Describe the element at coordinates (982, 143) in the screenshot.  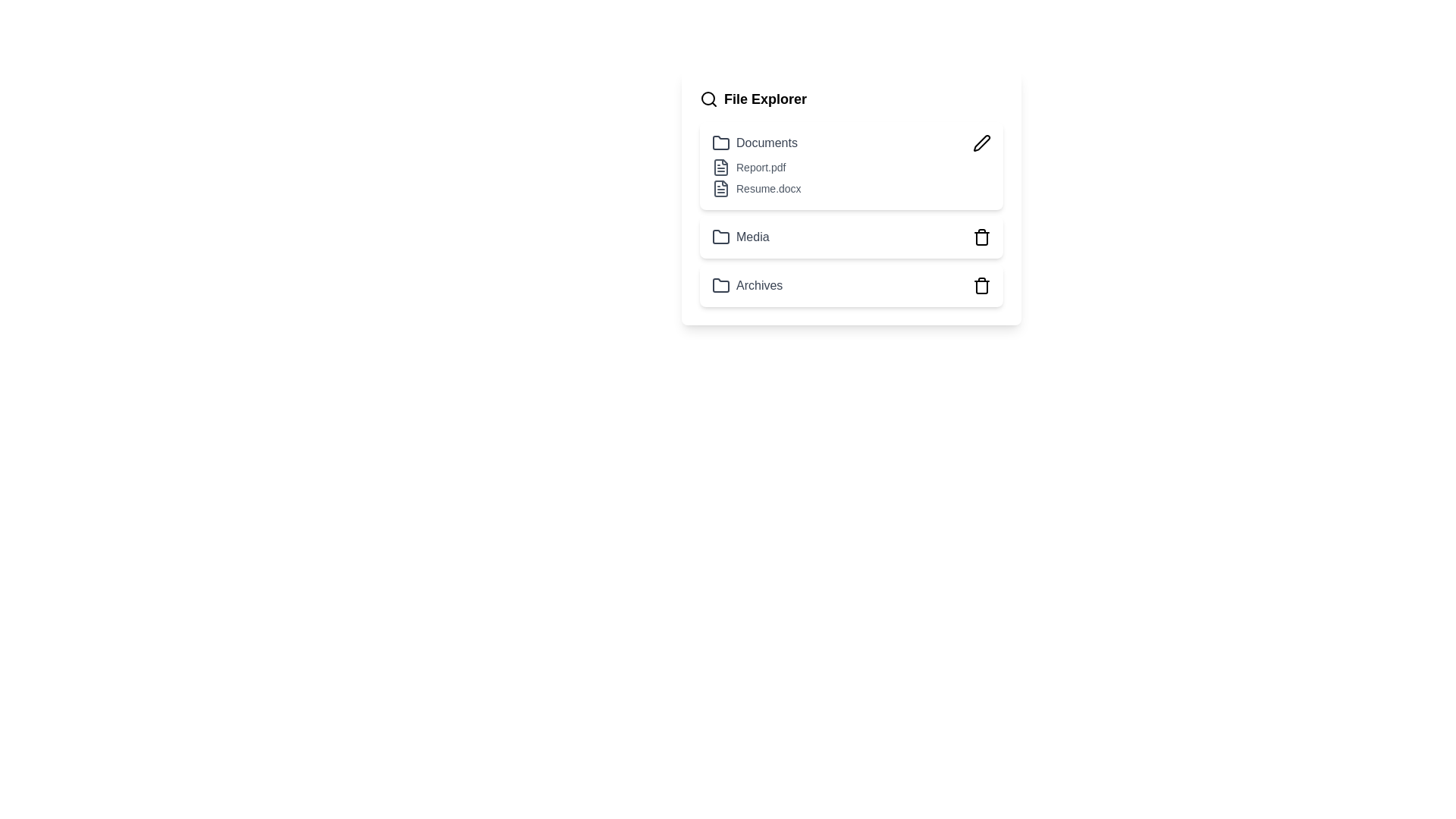
I see `the edit icon located at the right-most end of the 'Documents' folder row` at that location.